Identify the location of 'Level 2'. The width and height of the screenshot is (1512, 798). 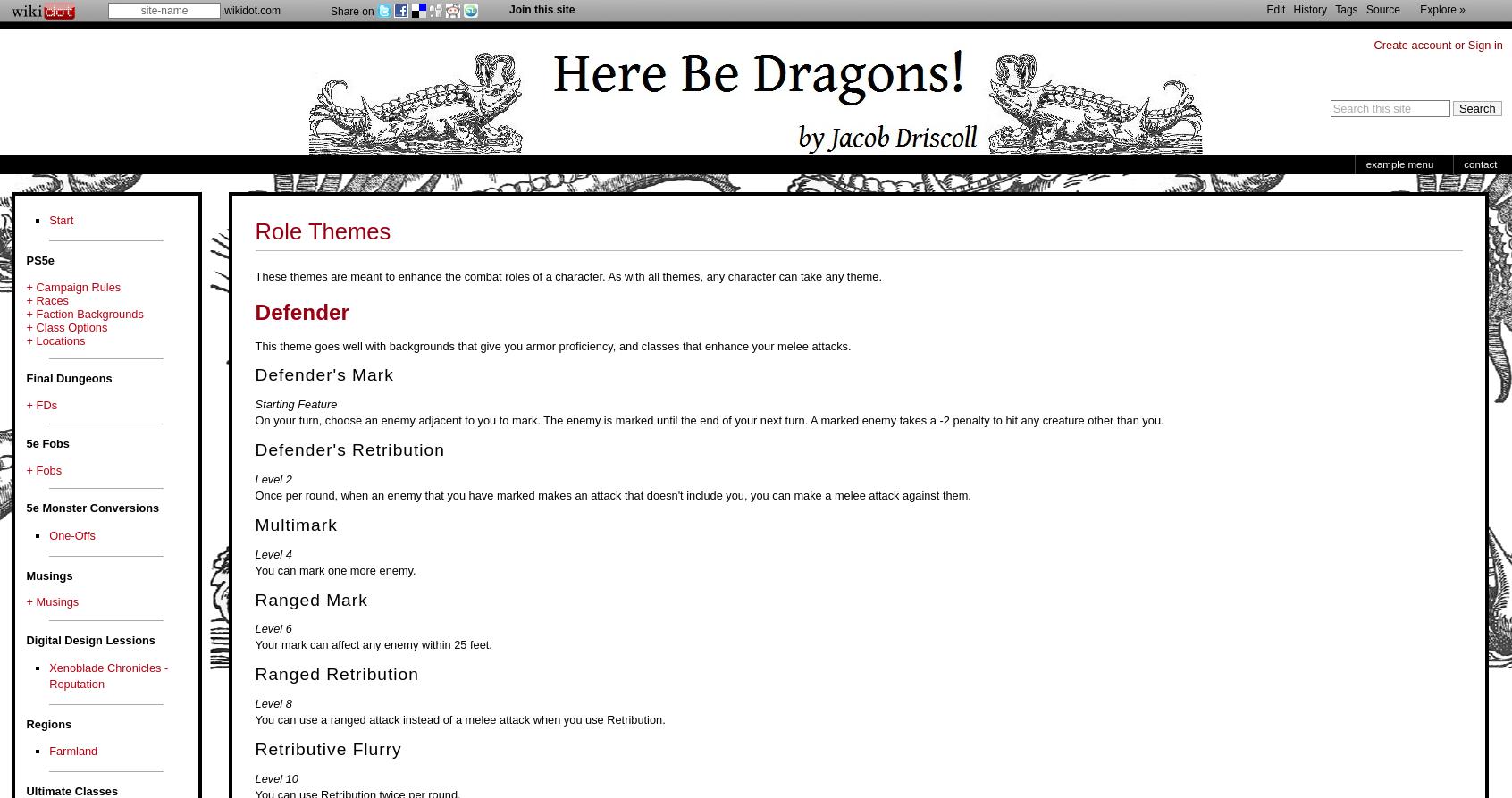
(272, 477).